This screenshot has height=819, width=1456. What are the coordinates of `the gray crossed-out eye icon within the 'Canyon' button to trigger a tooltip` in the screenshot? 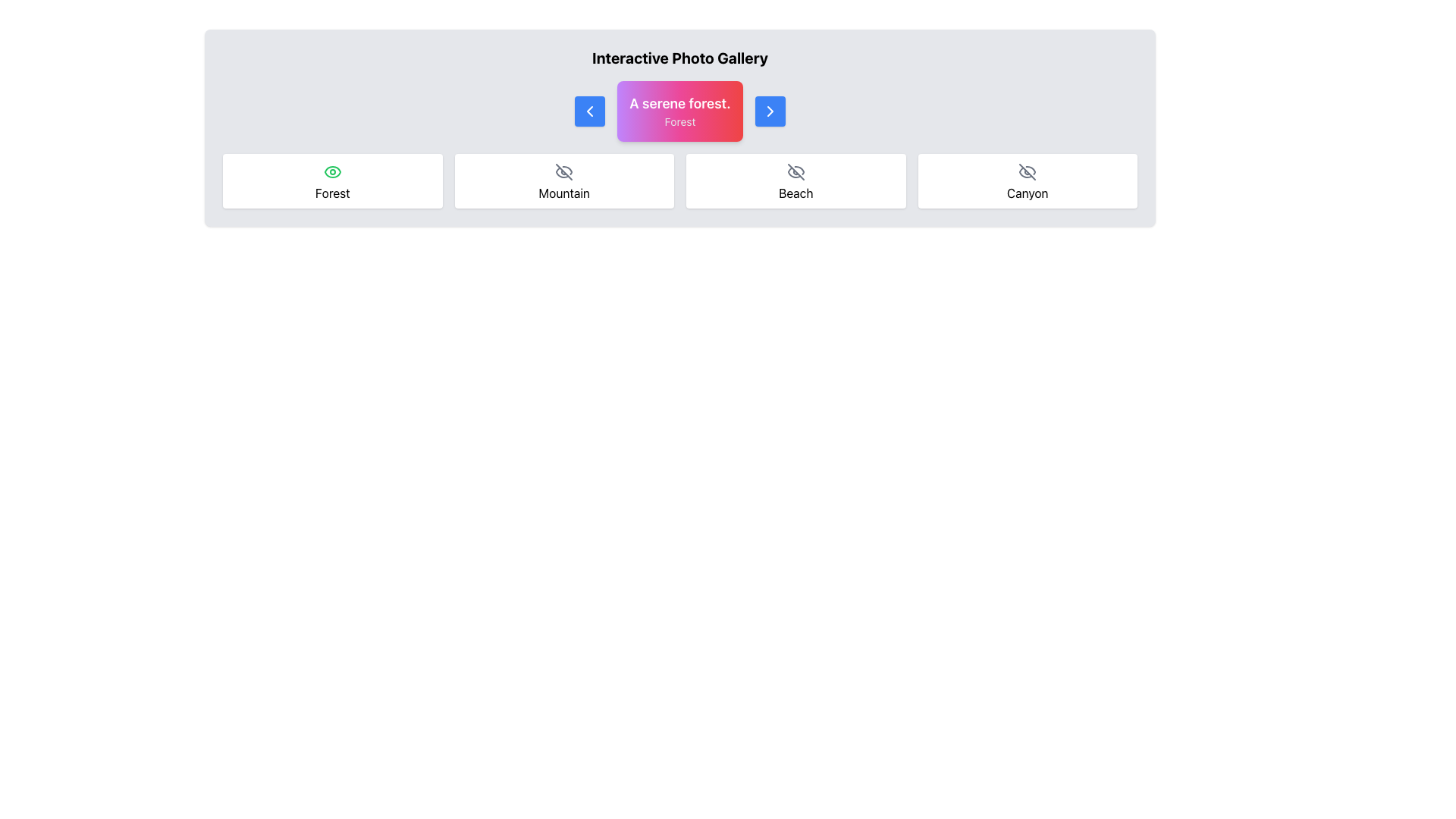 It's located at (1028, 171).